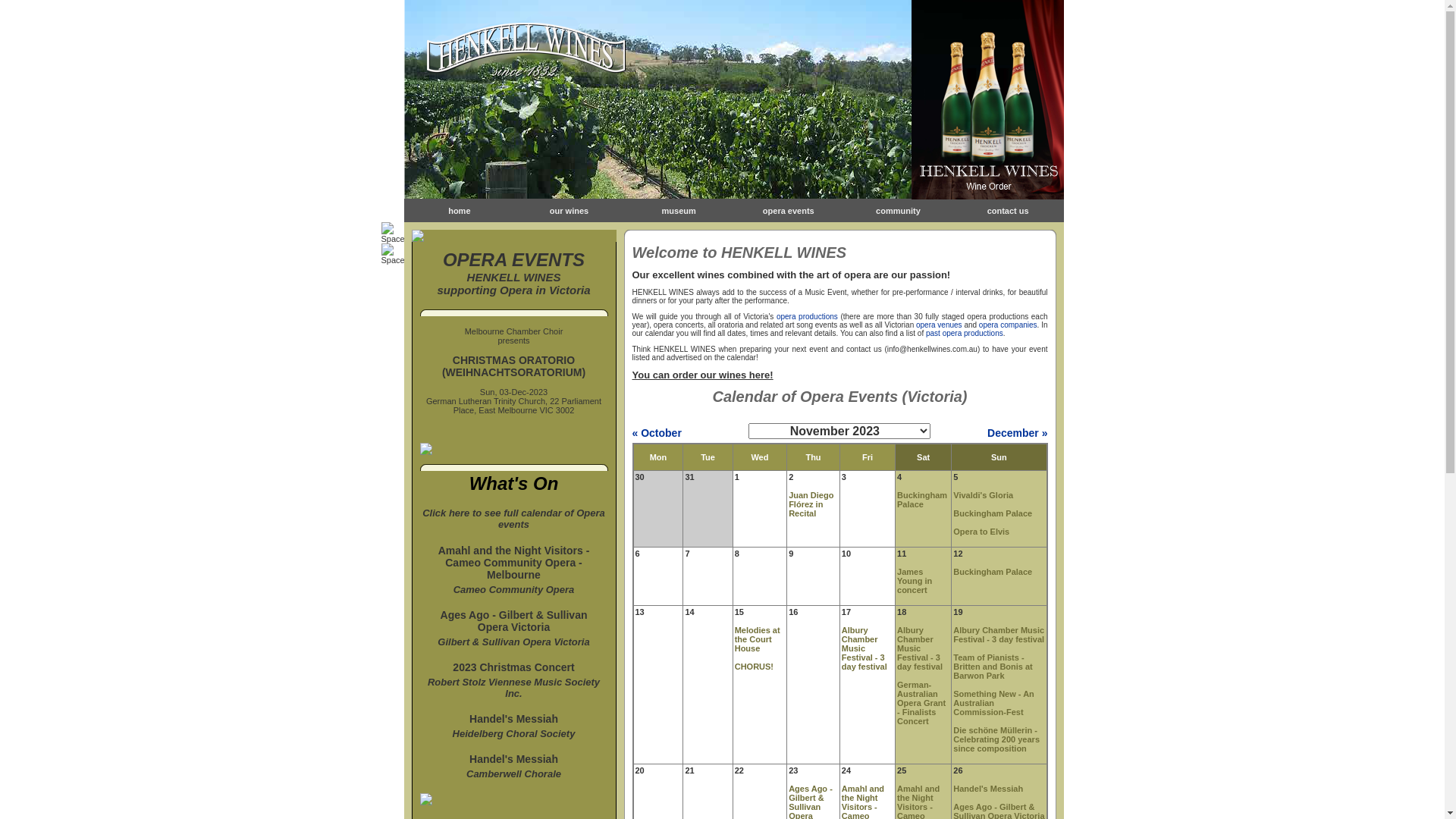 Image resolution: width=1456 pixels, height=819 pixels. I want to click on 'Something New - An Australian Commission-Fest', so click(993, 702).